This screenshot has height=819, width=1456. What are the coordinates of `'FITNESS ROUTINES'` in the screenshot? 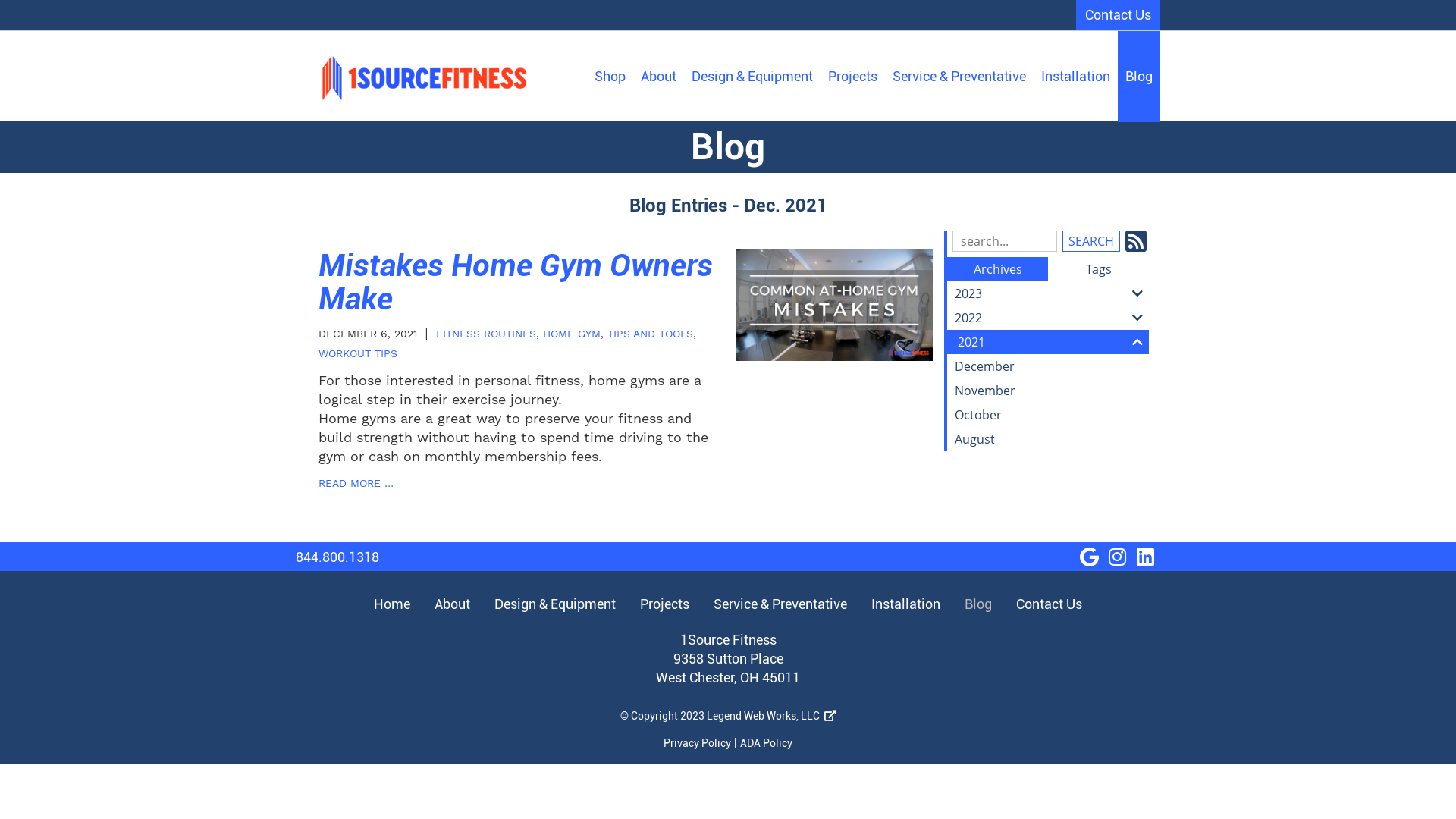 It's located at (486, 332).